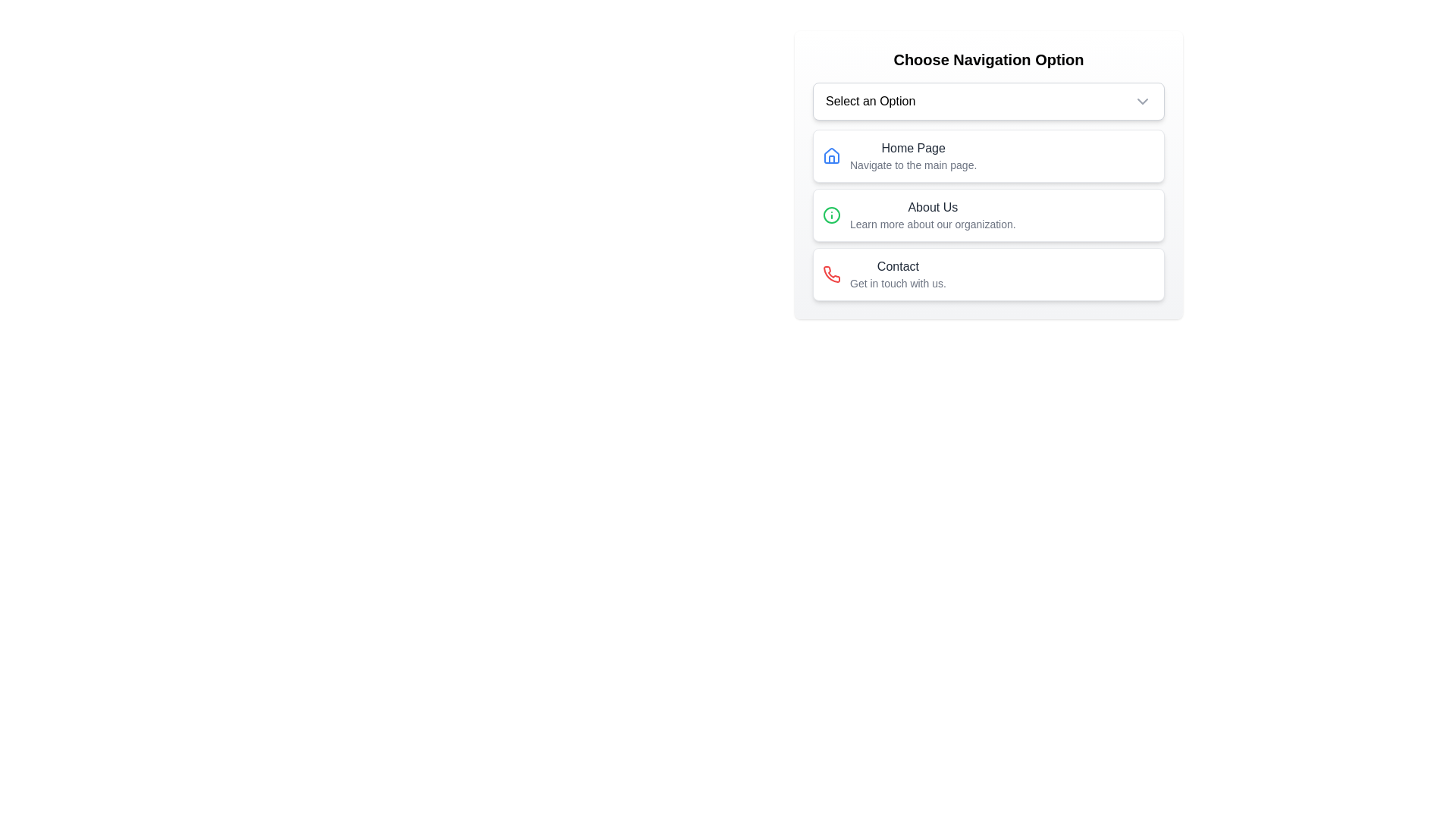  What do you see at coordinates (831, 274) in the screenshot?
I see `the contact functionality icon, which is the third item in the vertical navigation list, located between 'About Us' and 'Contact' on the bottom right of the modal` at bounding box center [831, 274].